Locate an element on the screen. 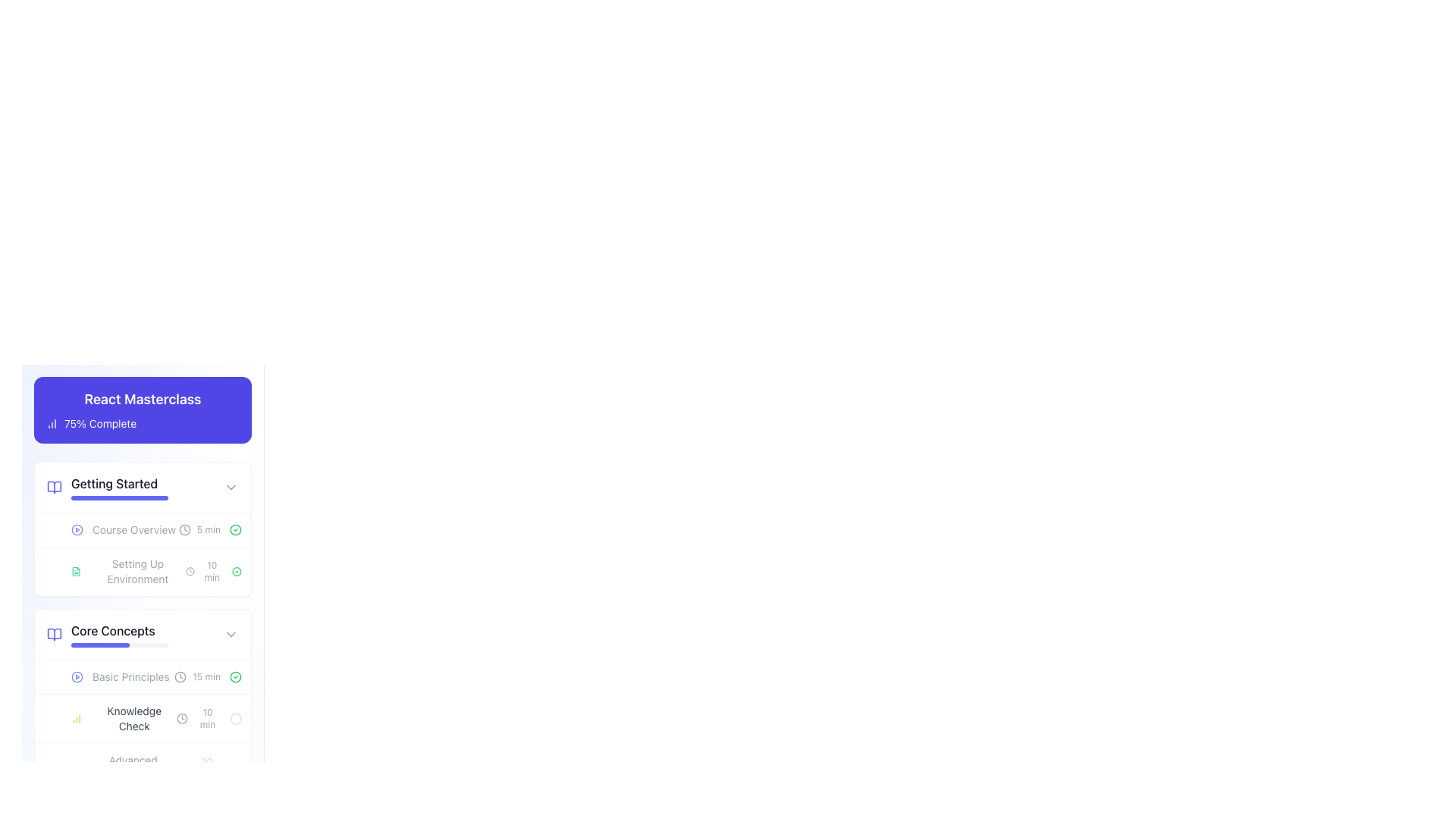 This screenshot has height=819, width=1456. the first list item under the 'Getting Started' section to view the duration information is located at coordinates (143, 529).